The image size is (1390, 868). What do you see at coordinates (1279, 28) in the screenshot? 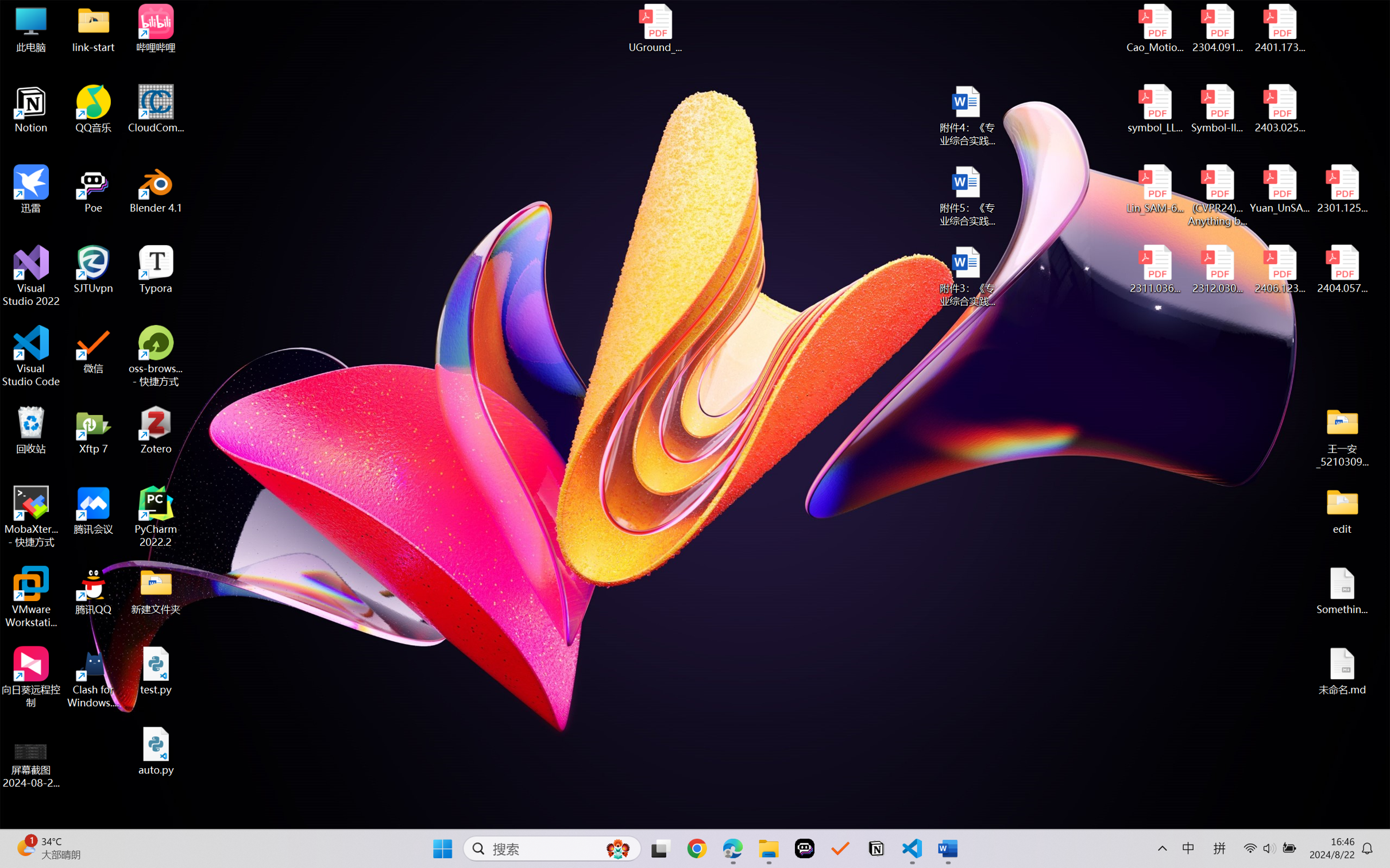
I see `'2401.17399v1.pdf'` at bounding box center [1279, 28].